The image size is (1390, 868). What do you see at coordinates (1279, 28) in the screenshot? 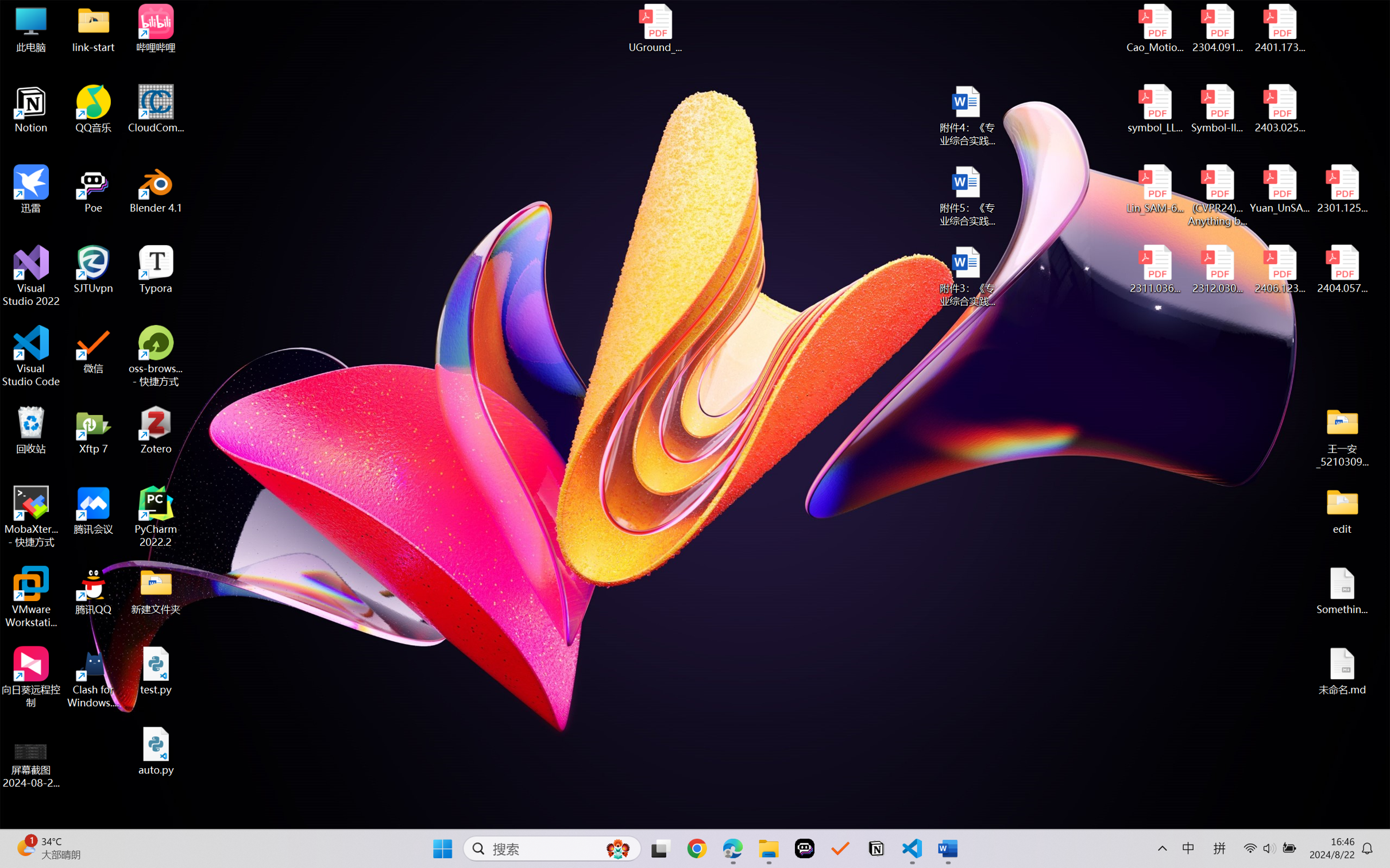
I see `'2401.17399v1.pdf'` at bounding box center [1279, 28].